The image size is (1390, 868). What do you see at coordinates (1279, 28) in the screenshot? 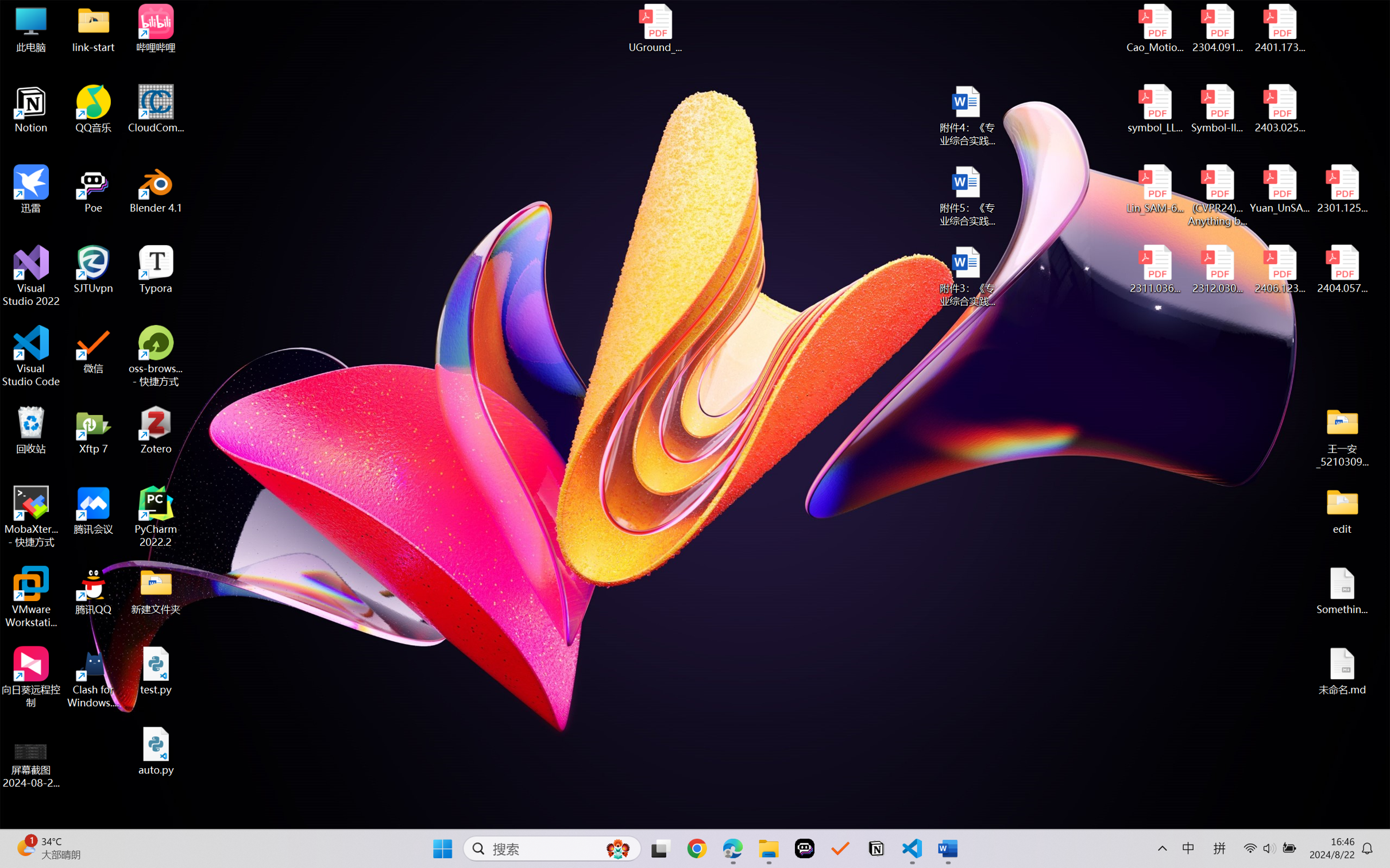
I see `'2401.17399v1.pdf'` at bounding box center [1279, 28].